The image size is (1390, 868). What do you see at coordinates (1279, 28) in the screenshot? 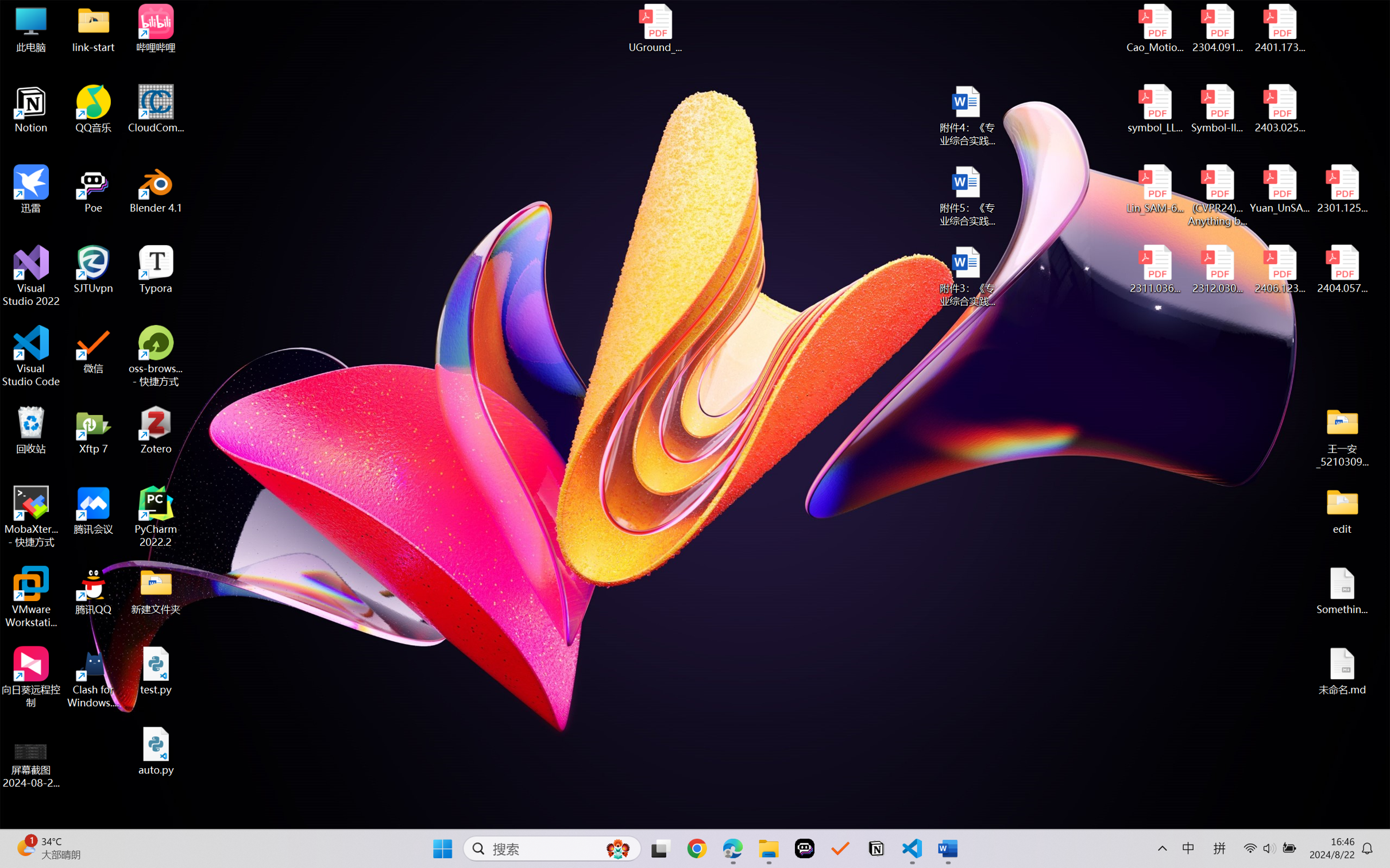
I see `'2401.17399v1.pdf'` at bounding box center [1279, 28].